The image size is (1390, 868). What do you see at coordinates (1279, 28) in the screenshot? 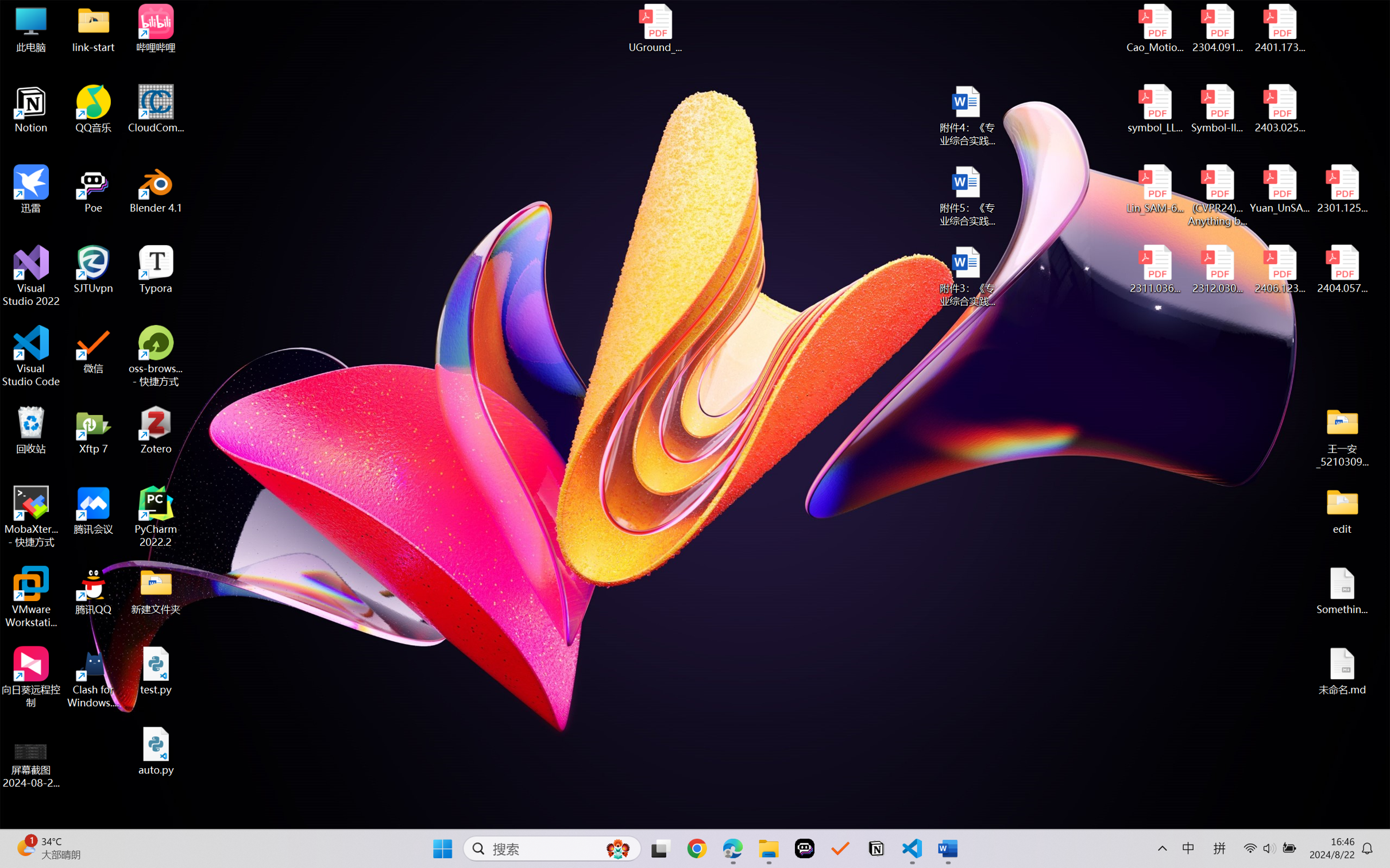
I see `'2401.17399v1.pdf'` at bounding box center [1279, 28].